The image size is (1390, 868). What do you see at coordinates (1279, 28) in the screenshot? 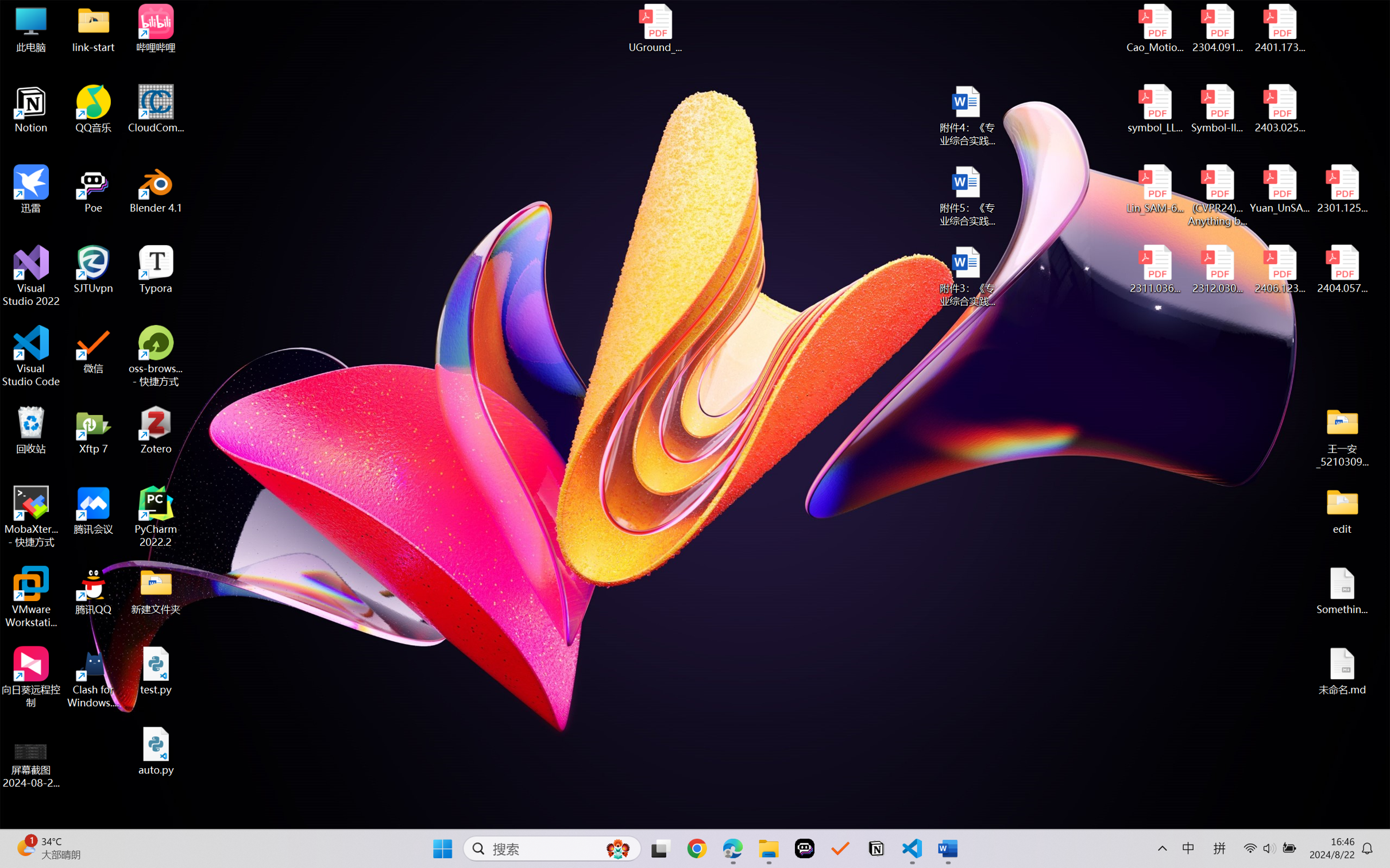
I see `'2401.17399v1.pdf'` at bounding box center [1279, 28].